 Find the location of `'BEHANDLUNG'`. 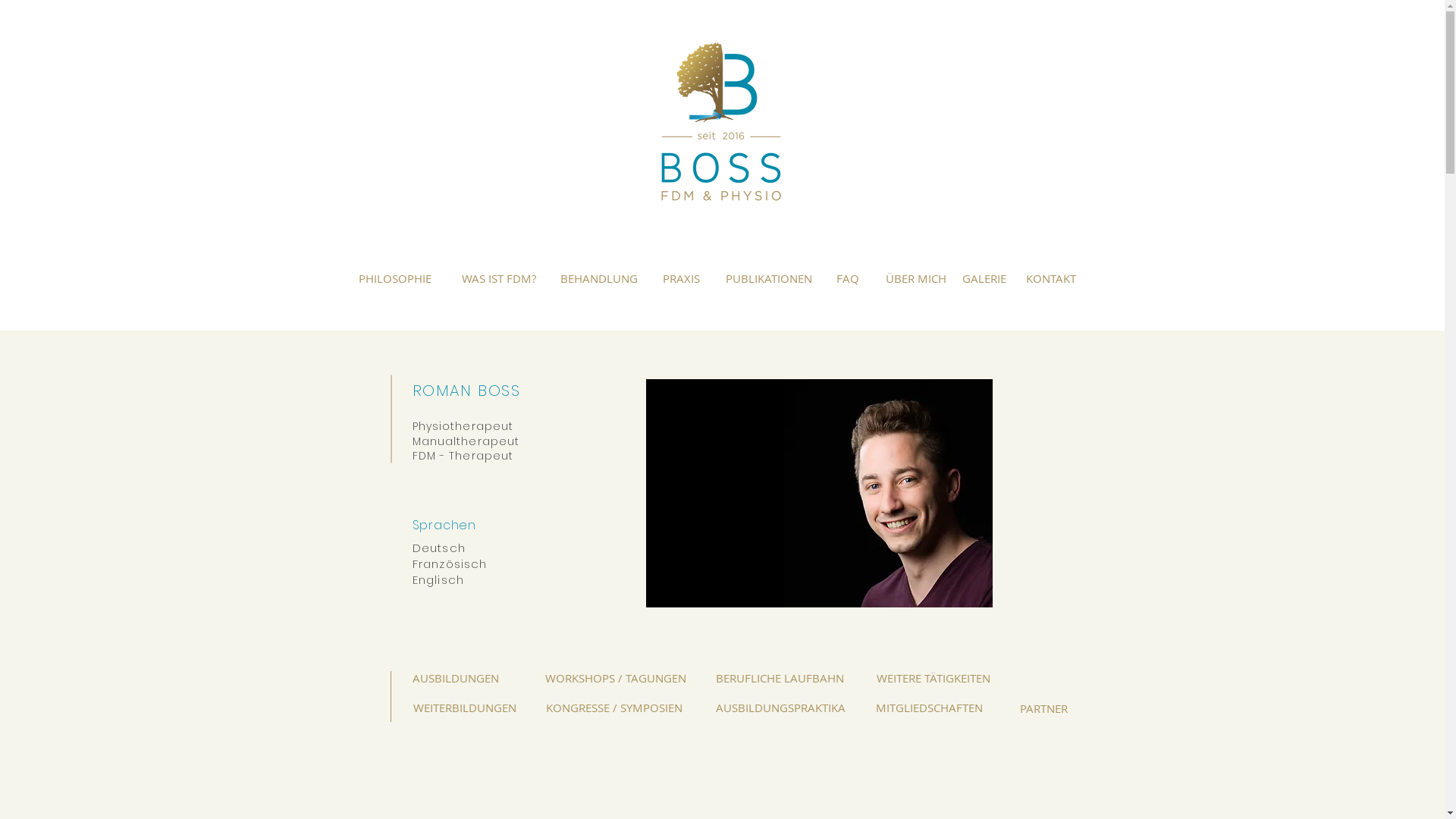

'BEHANDLUNG' is located at coordinates (554, 278).